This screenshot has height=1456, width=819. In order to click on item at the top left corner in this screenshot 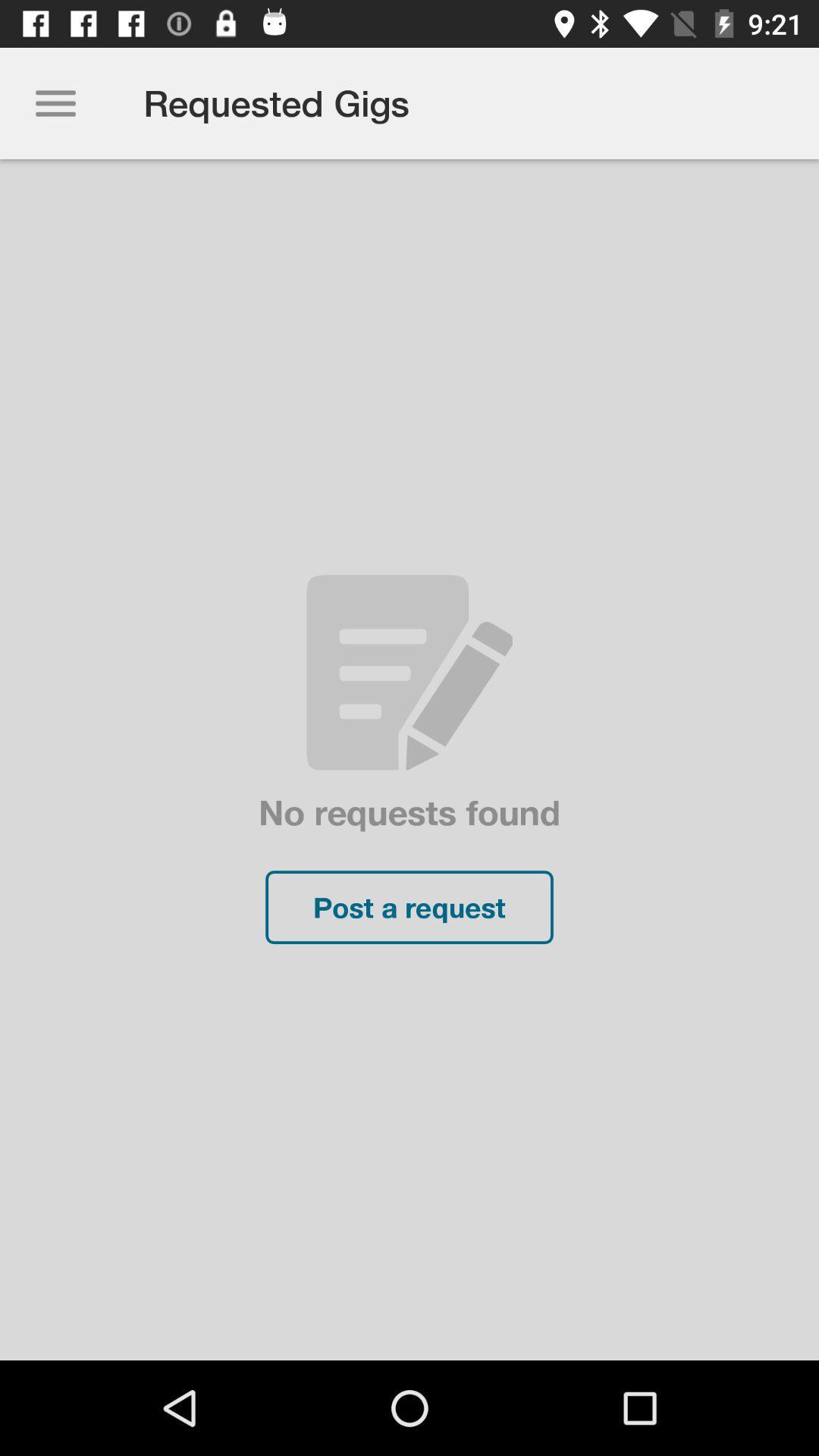, I will do `click(55, 102)`.